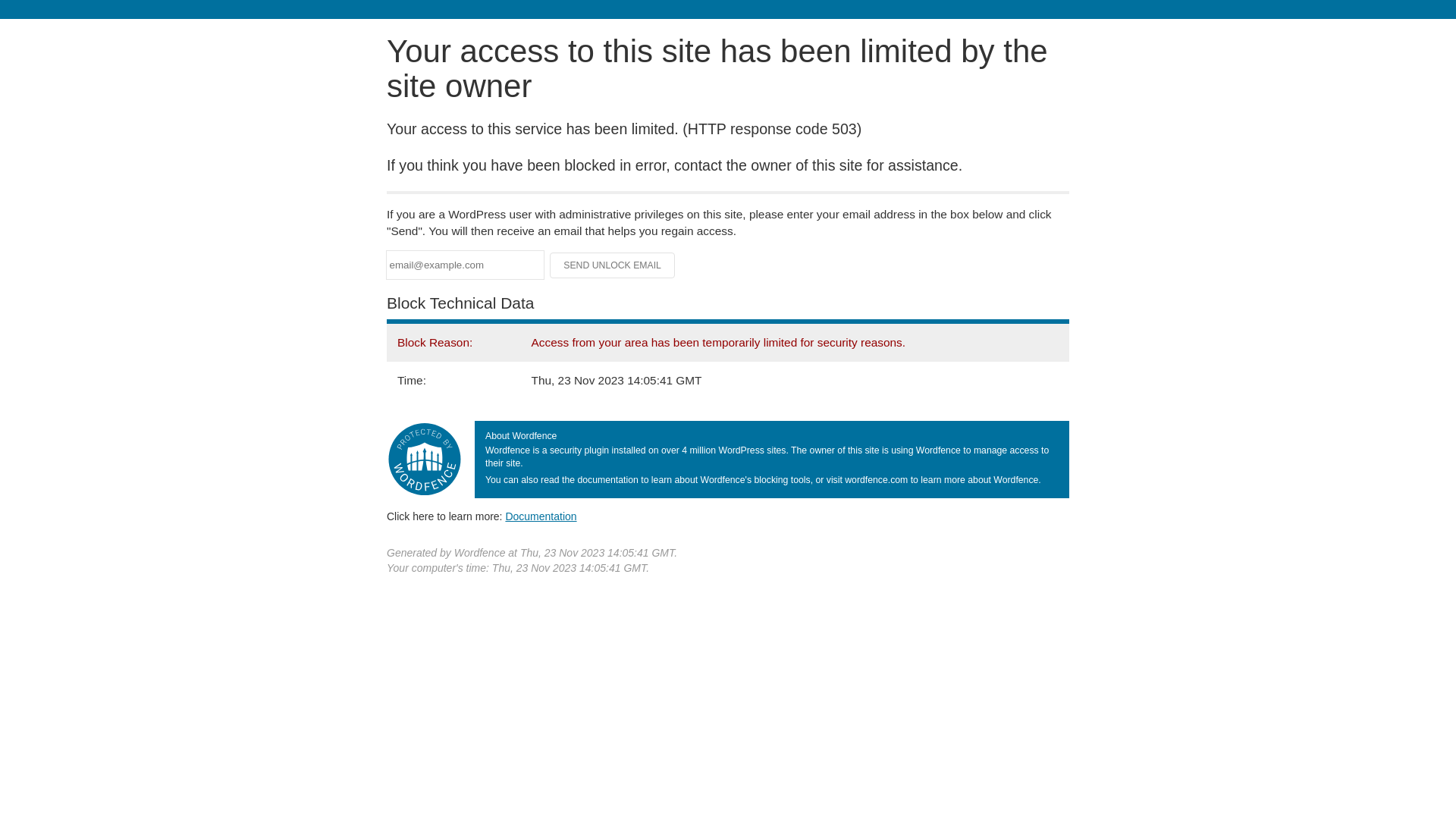 This screenshot has width=1456, height=819. Describe the element at coordinates (612, 265) in the screenshot. I see `'Send Unlock Email'` at that location.